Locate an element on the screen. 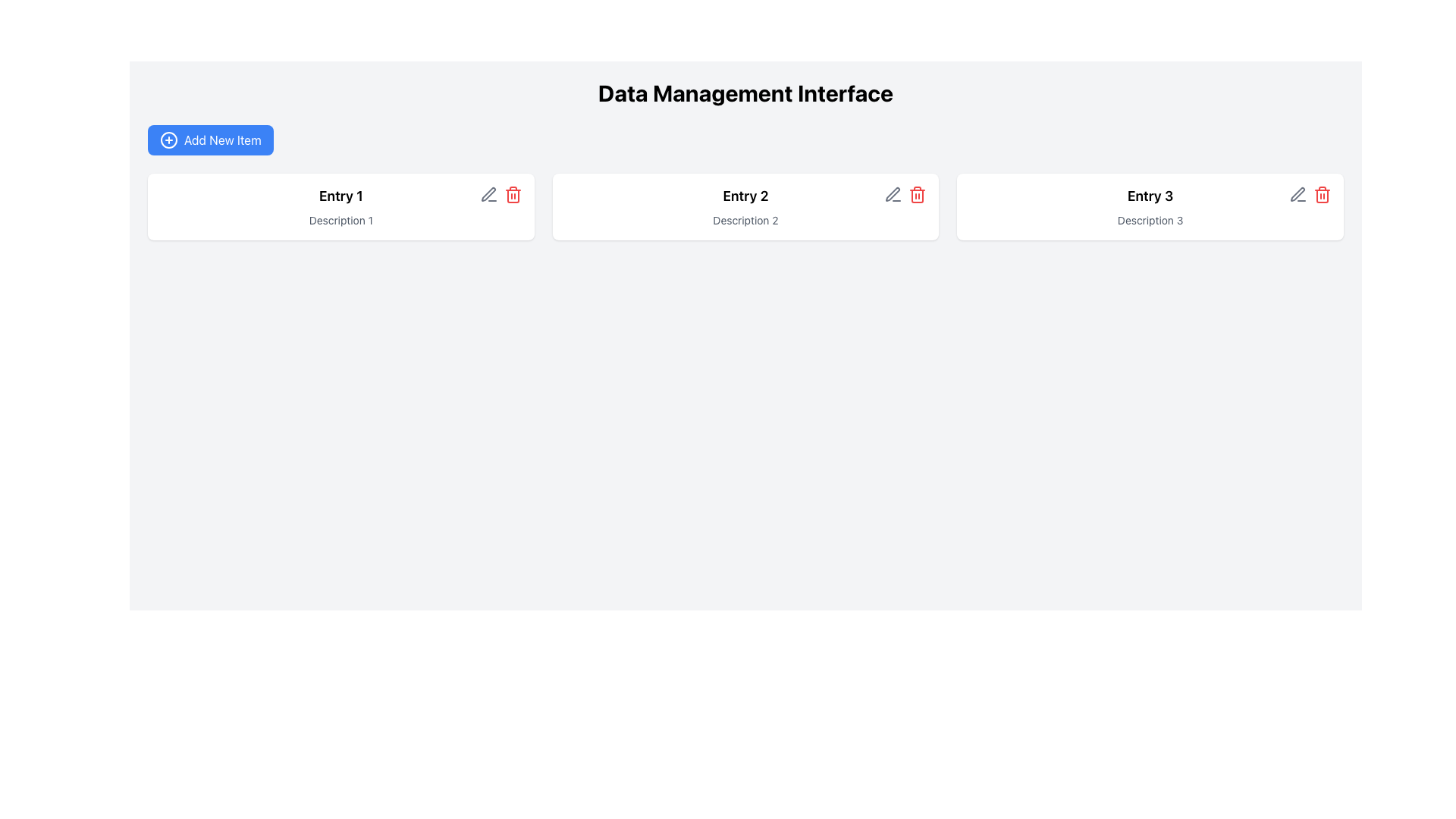 The height and width of the screenshot is (819, 1456). the interactive icon group in the top-right corner of the 'Entry 3' card is located at coordinates (1310, 194).